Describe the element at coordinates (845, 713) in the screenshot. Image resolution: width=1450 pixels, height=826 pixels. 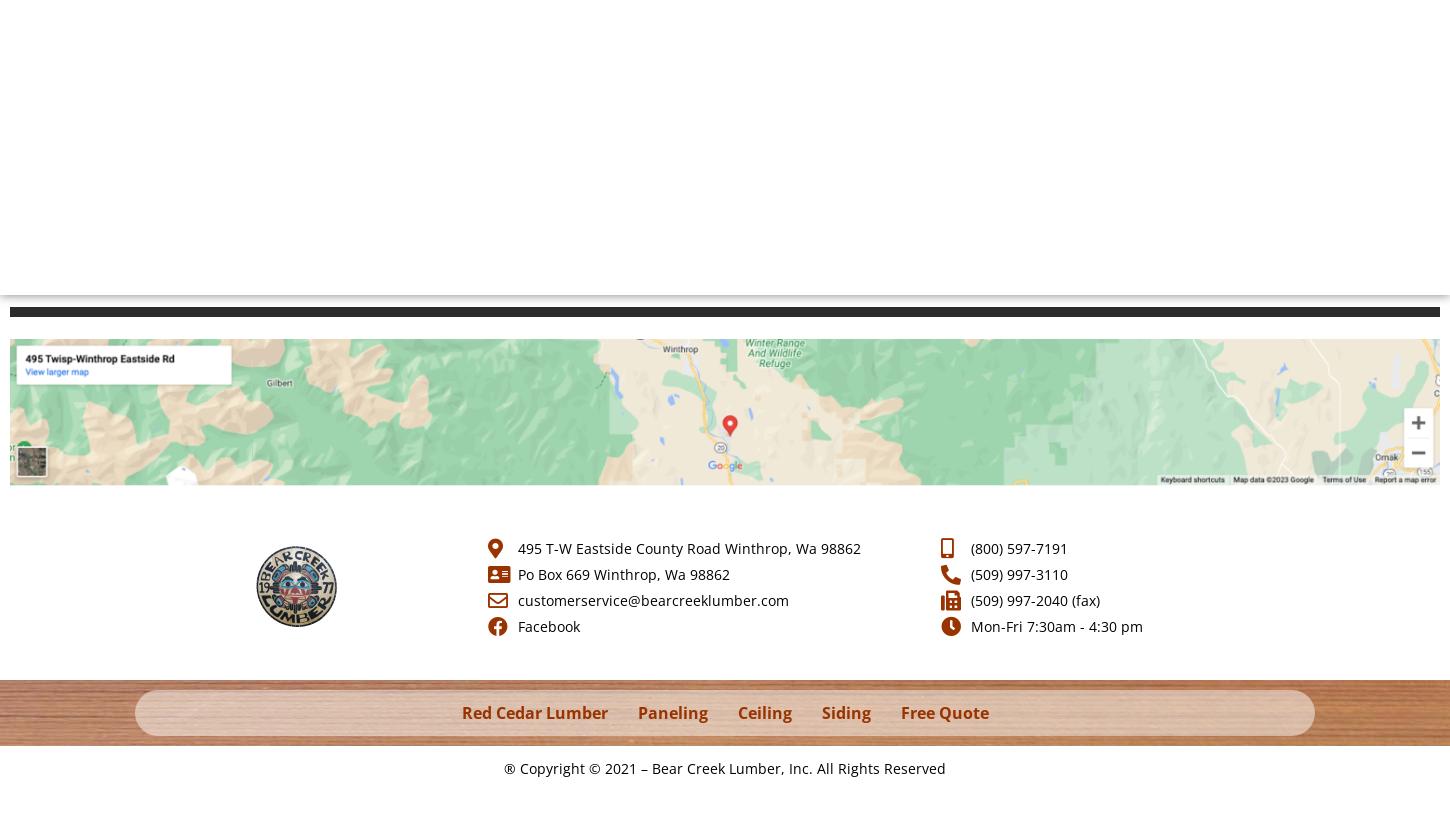
I see `'Siding'` at that location.